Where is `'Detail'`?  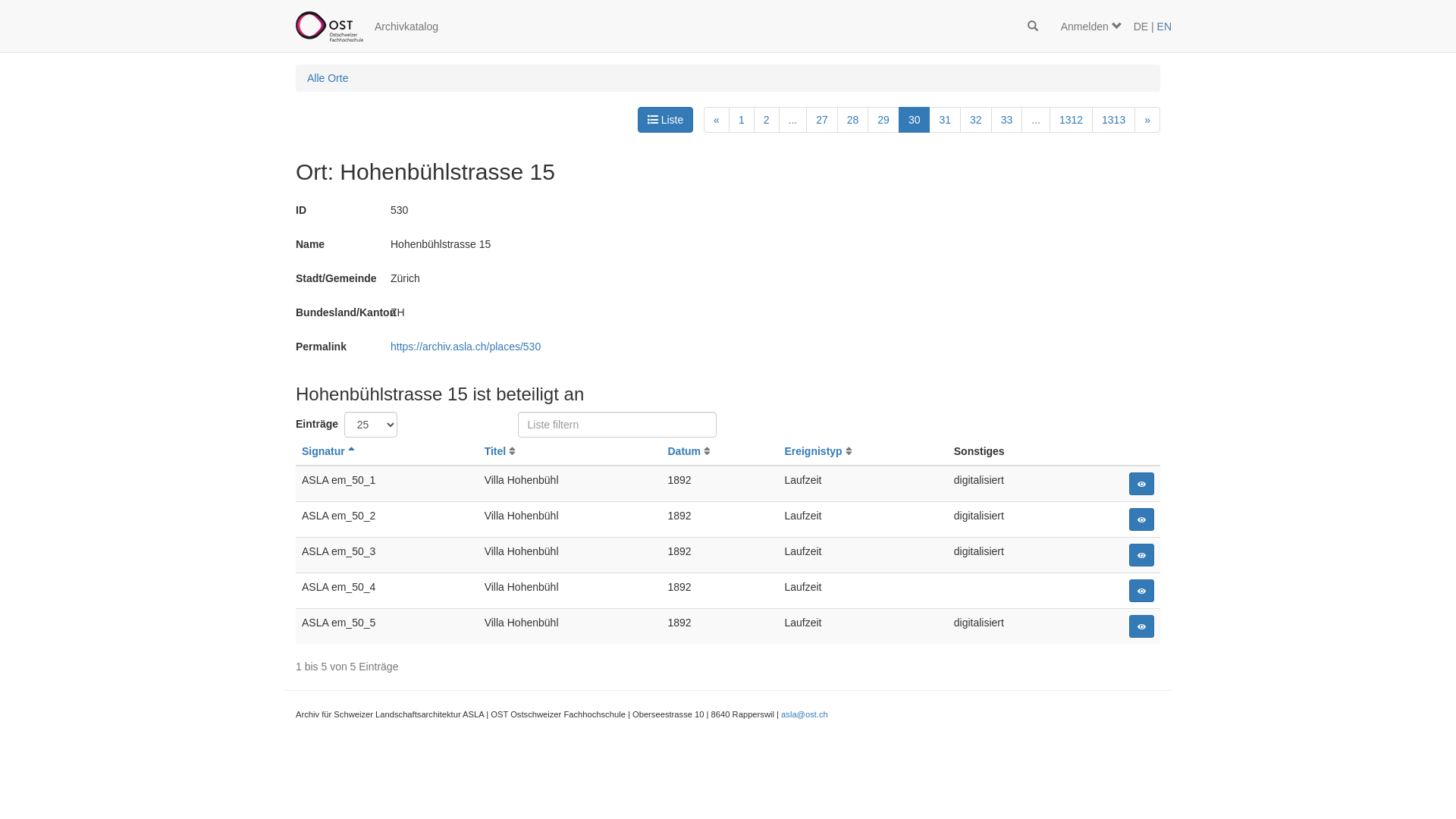 'Detail' is located at coordinates (1128, 483).